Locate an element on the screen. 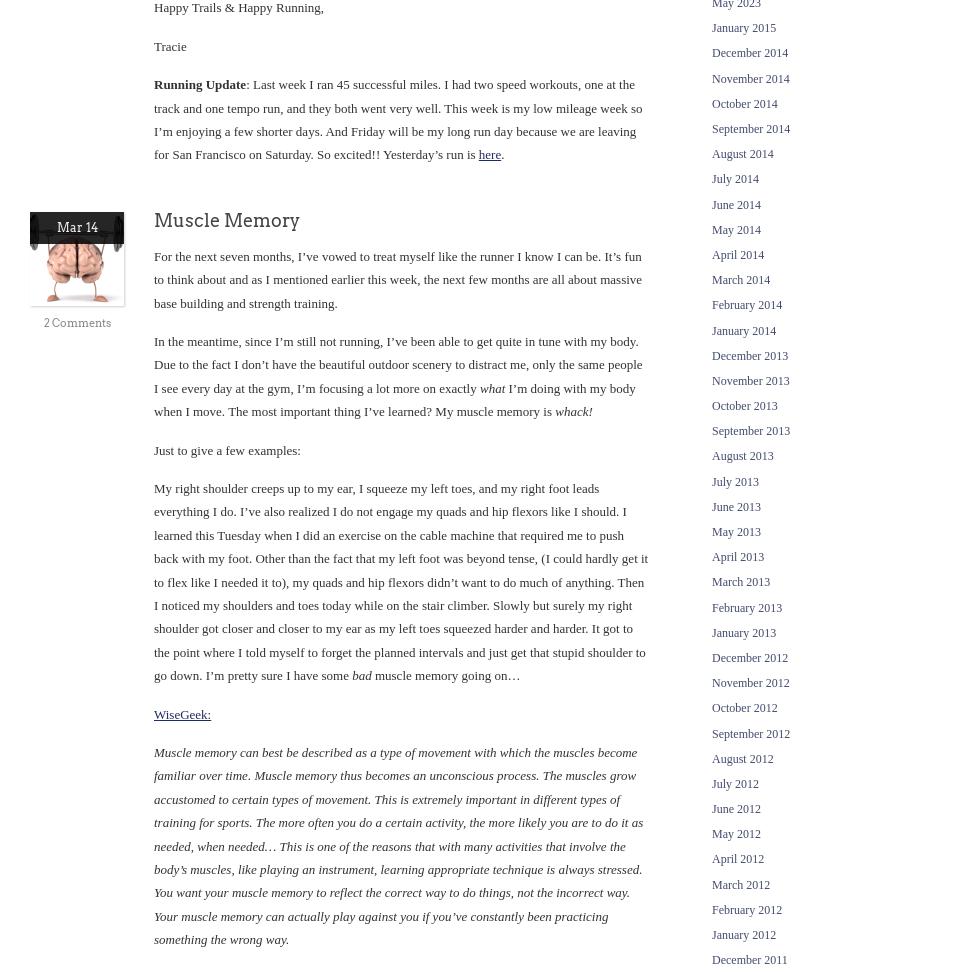  'November 2014' is located at coordinates (749, 76).